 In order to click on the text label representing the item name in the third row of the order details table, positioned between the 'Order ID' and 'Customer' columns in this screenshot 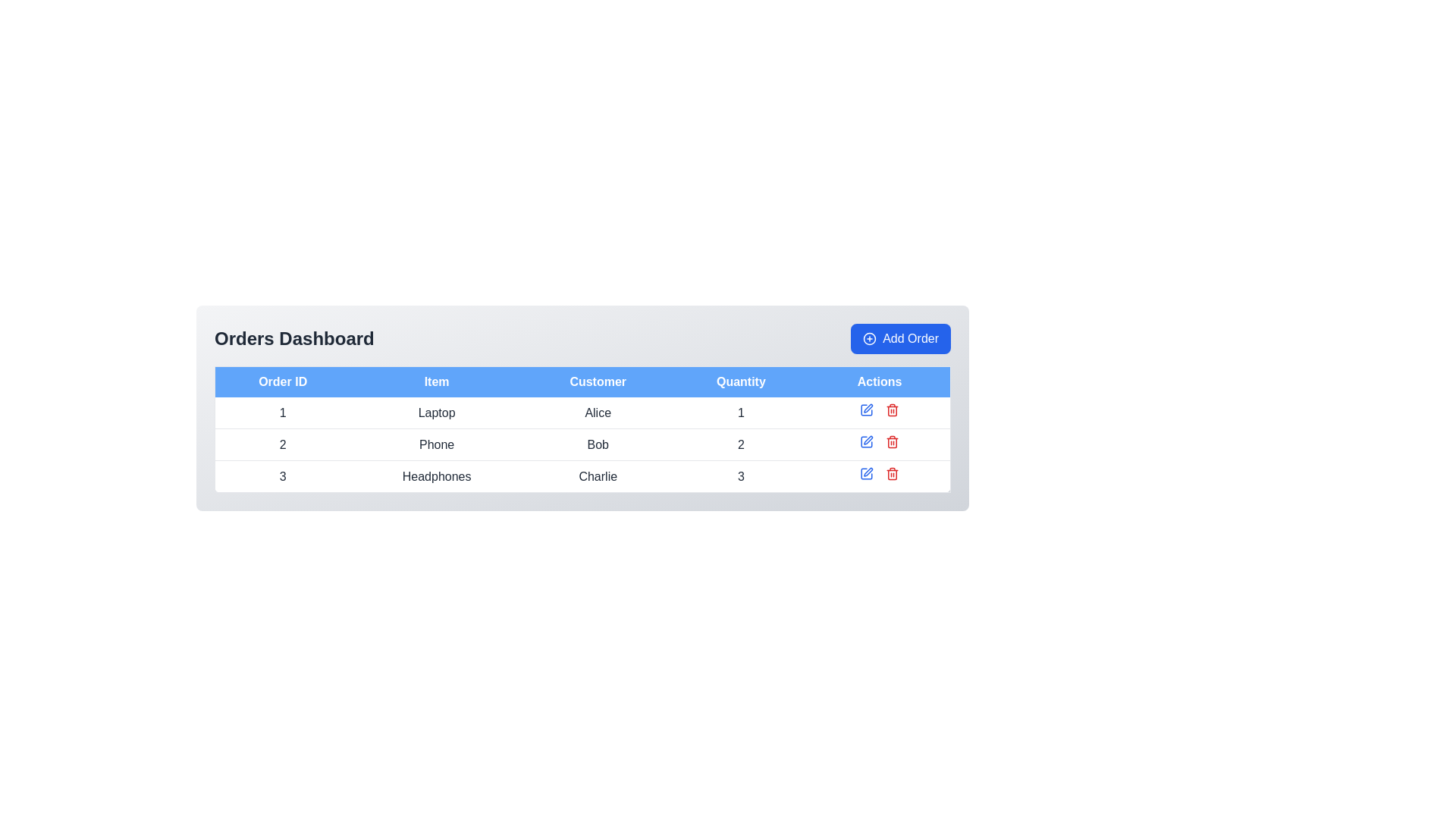, I will do `click(436, 475)`.